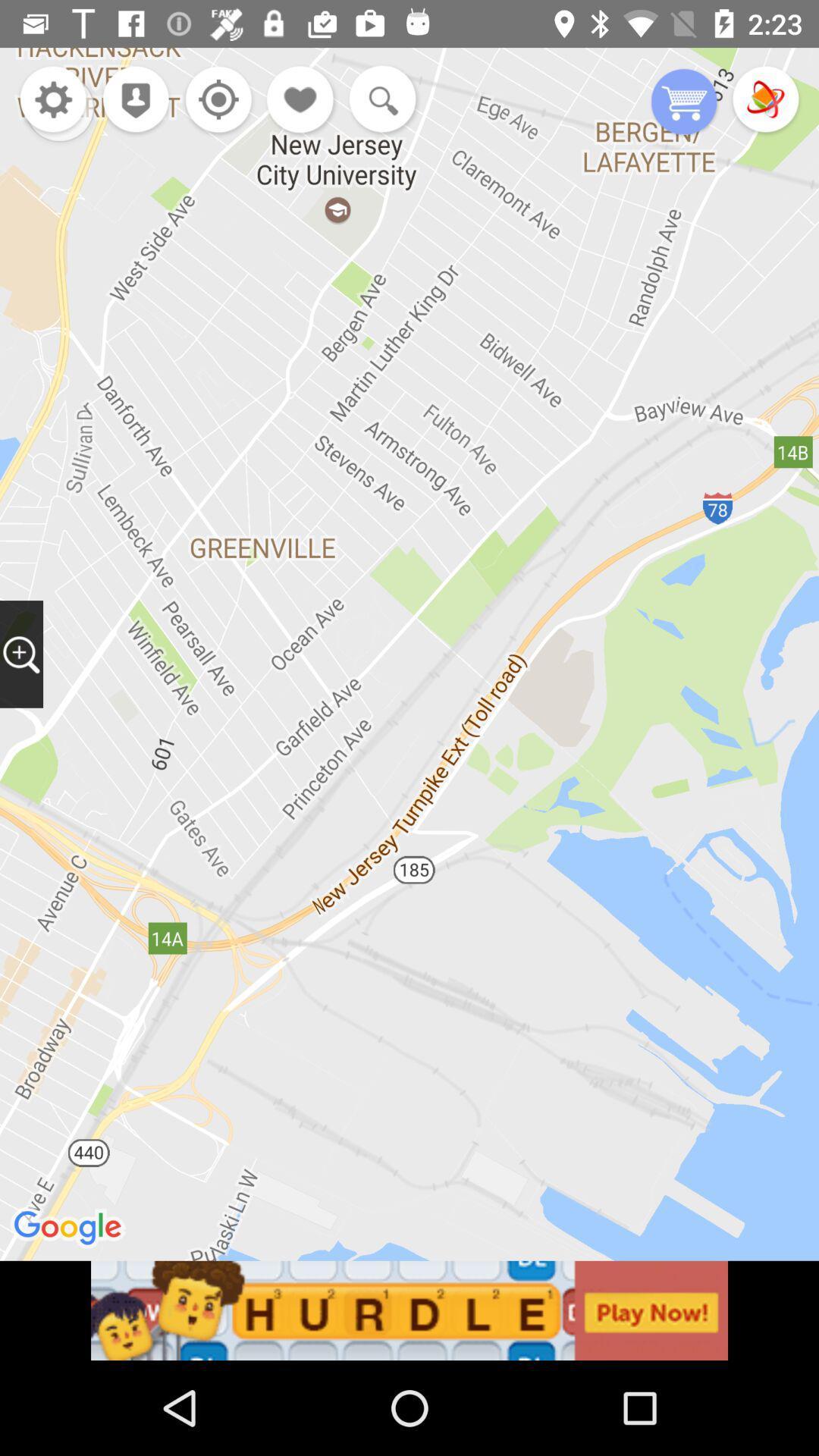 The width and height of the screenshot is (819, 1456). Describe the element at coordinates (21, 654) in the screenshot. I see `click zoom in option` at that location.